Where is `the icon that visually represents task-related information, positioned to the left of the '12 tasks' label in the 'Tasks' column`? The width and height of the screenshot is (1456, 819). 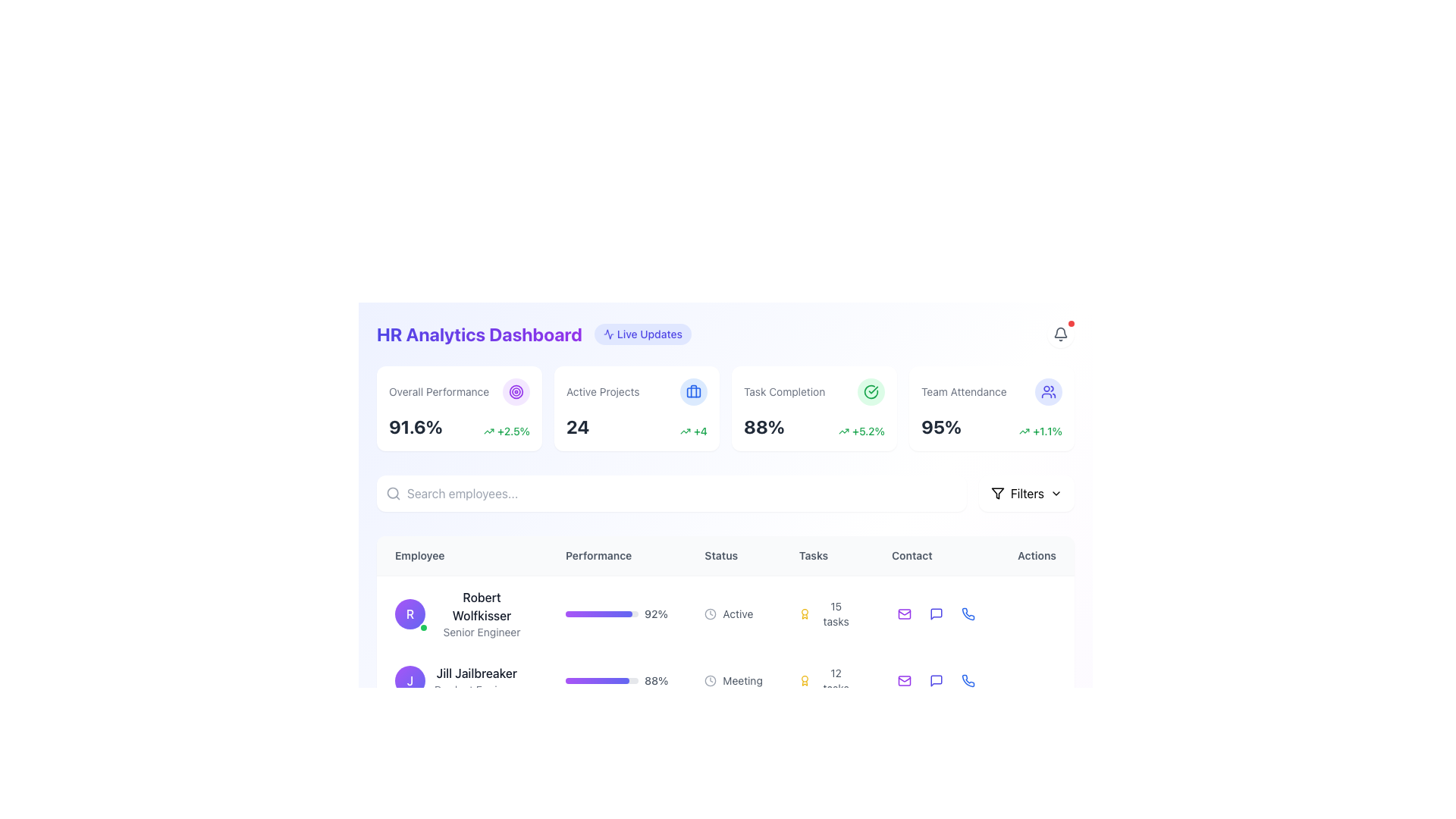 the icon that visually represents task-related information, positioned to the left of the '12 tasks' label in the 'Tasks' column is located at coordinates (804, 680).